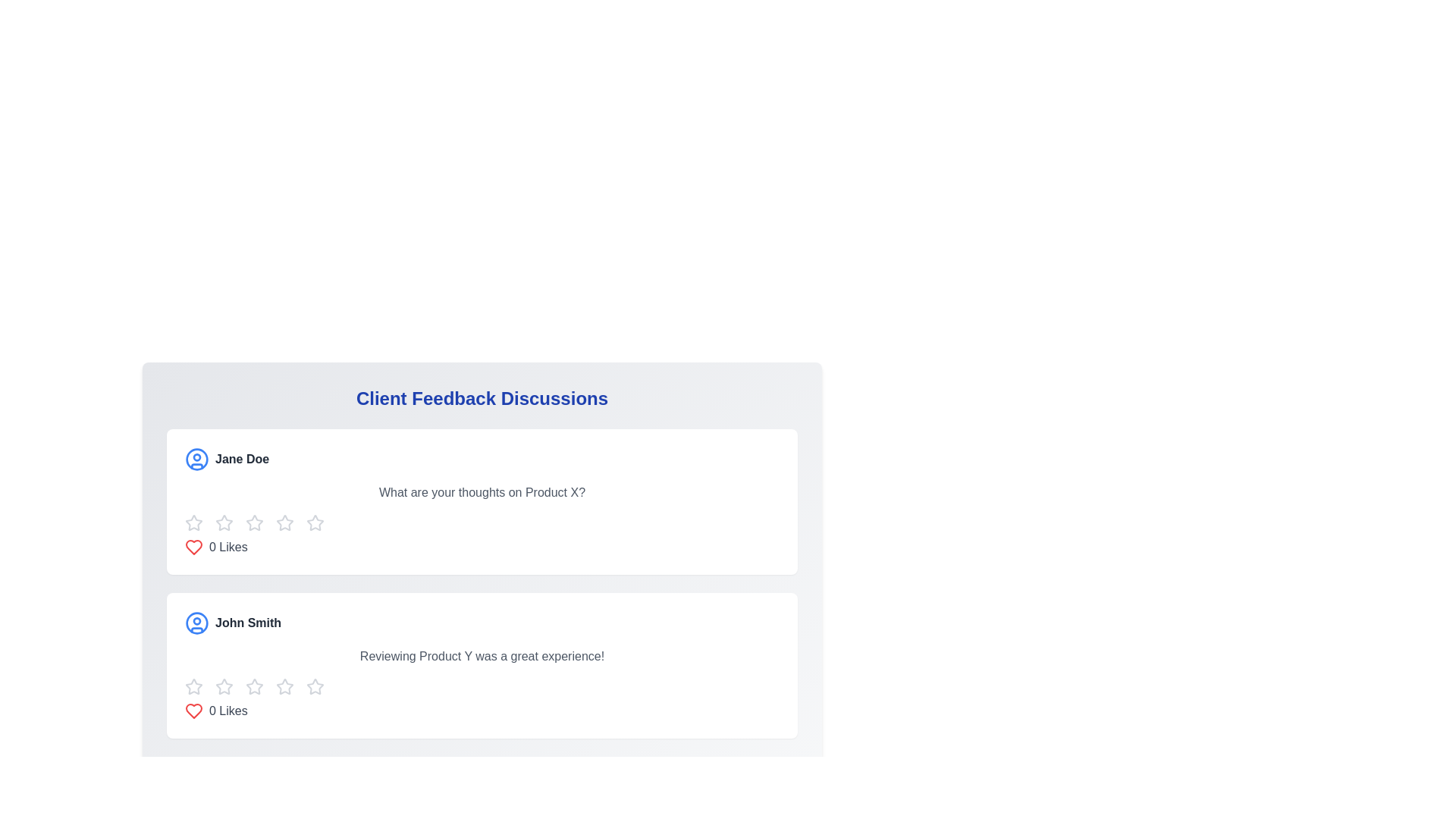 This screenshot has height=819, width=1456. What do you see at coordinates (248, 623) in the screenshot?
I see `the second user name text element in the 'Client Feedback Discussions' panel, which represents the name of a user who provided feedback` at bounding box center [248, 623].